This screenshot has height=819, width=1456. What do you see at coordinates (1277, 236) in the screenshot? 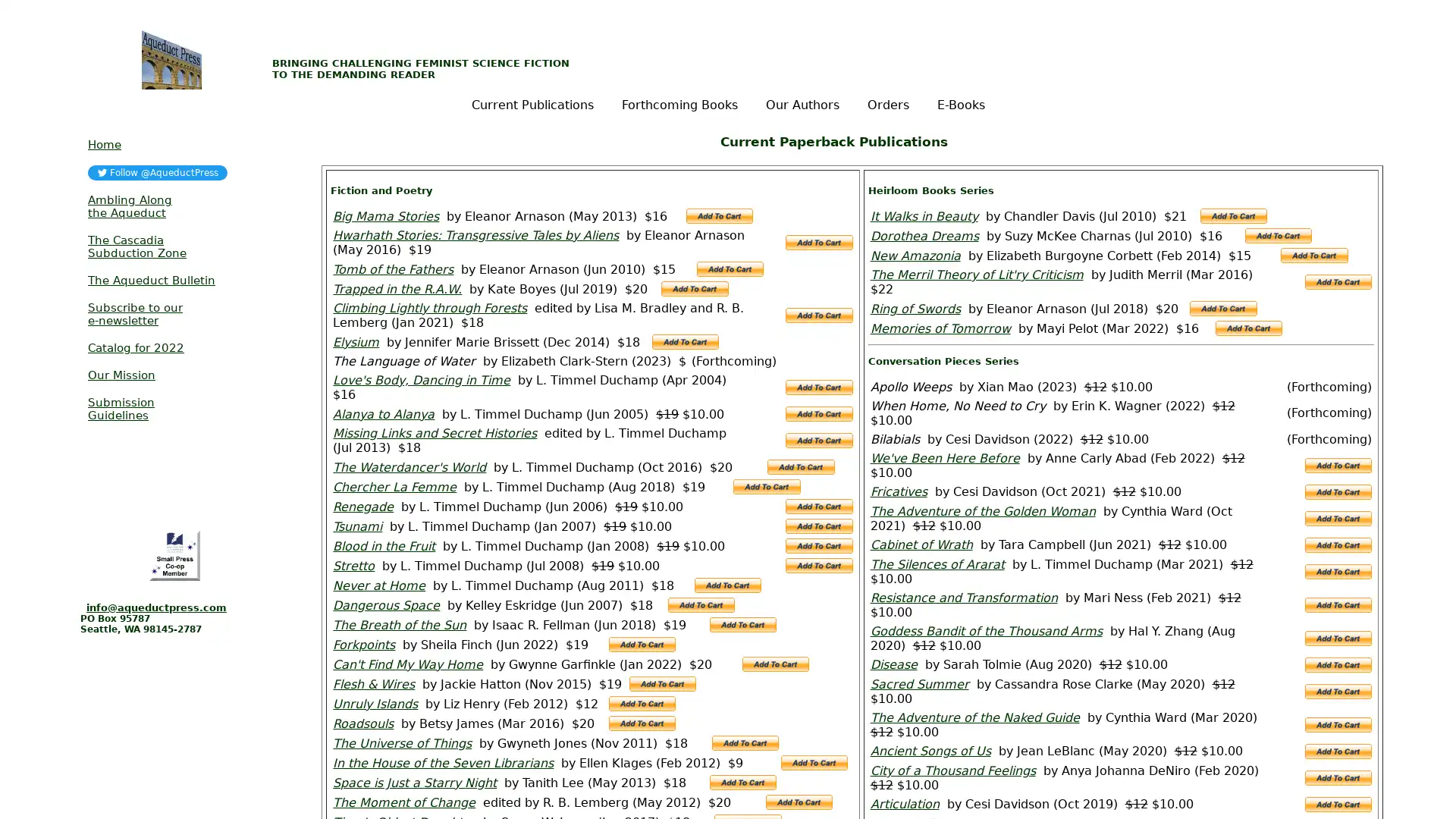
I see `Make payments with PayPal - it\'s fast, free and secure!` at bounding box center [1277, 236].